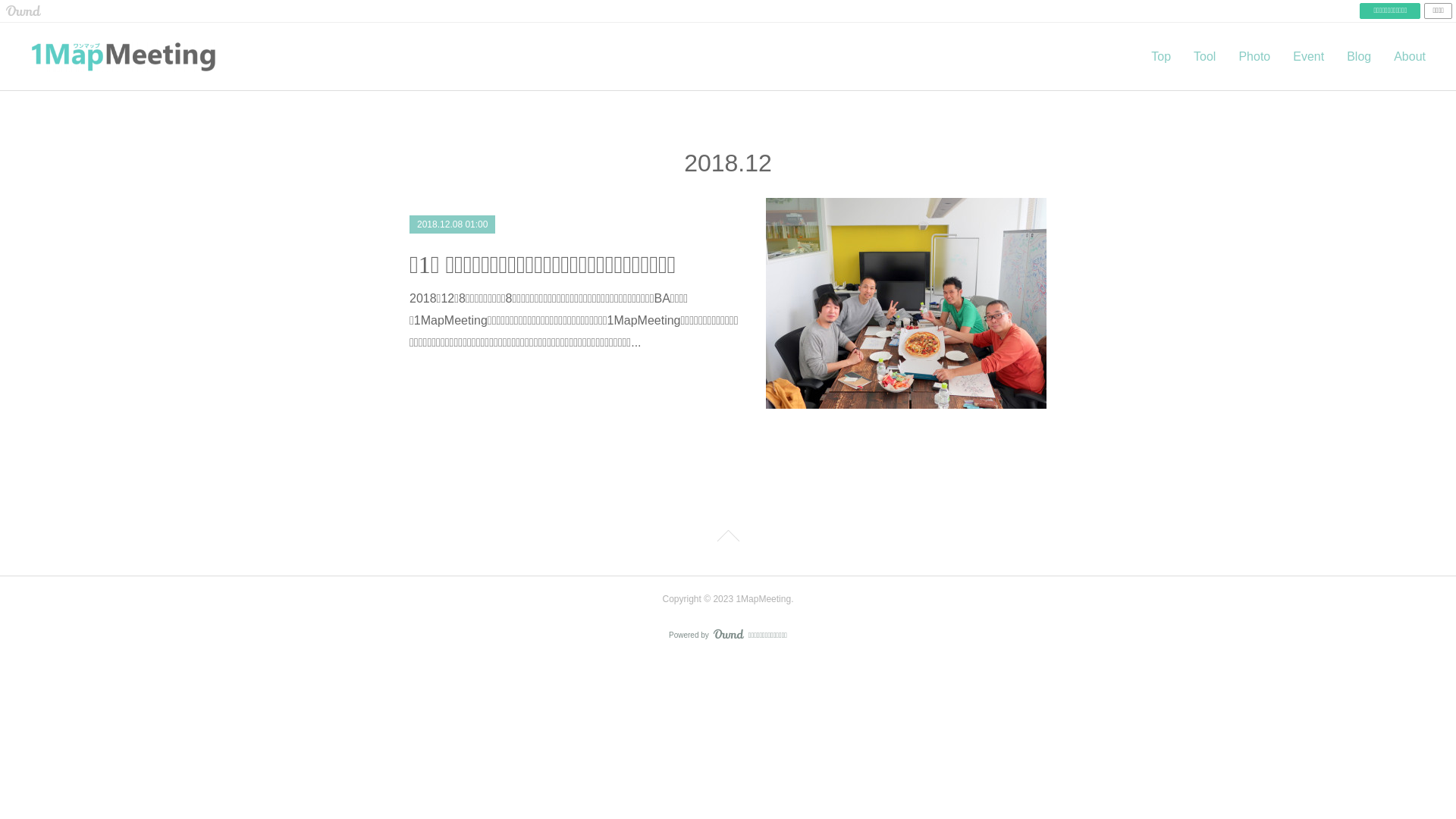 The height and width of the screenshot is (819, 1456). Describe the element at coordinates (451, 224) in the screenshot. I see `'2018.12.08 01:00'` at that location.